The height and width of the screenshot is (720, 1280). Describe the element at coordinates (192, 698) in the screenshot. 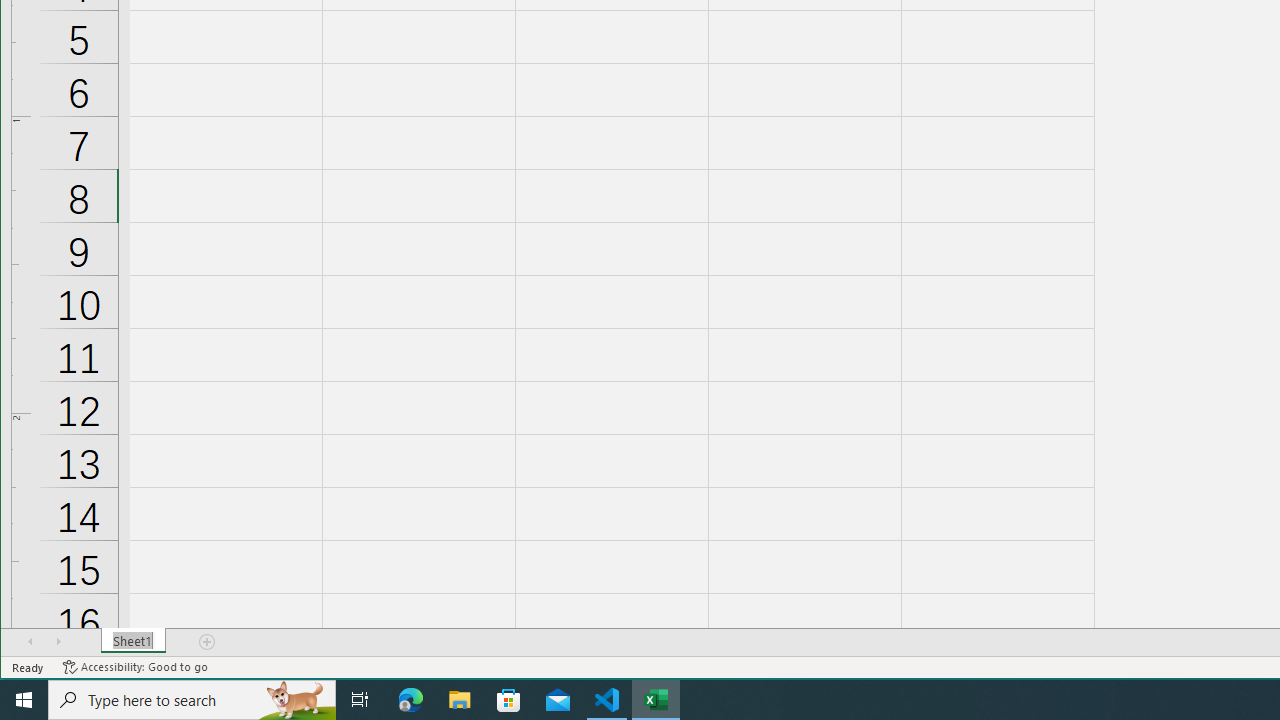

I see `'Type here to search'` at that location.